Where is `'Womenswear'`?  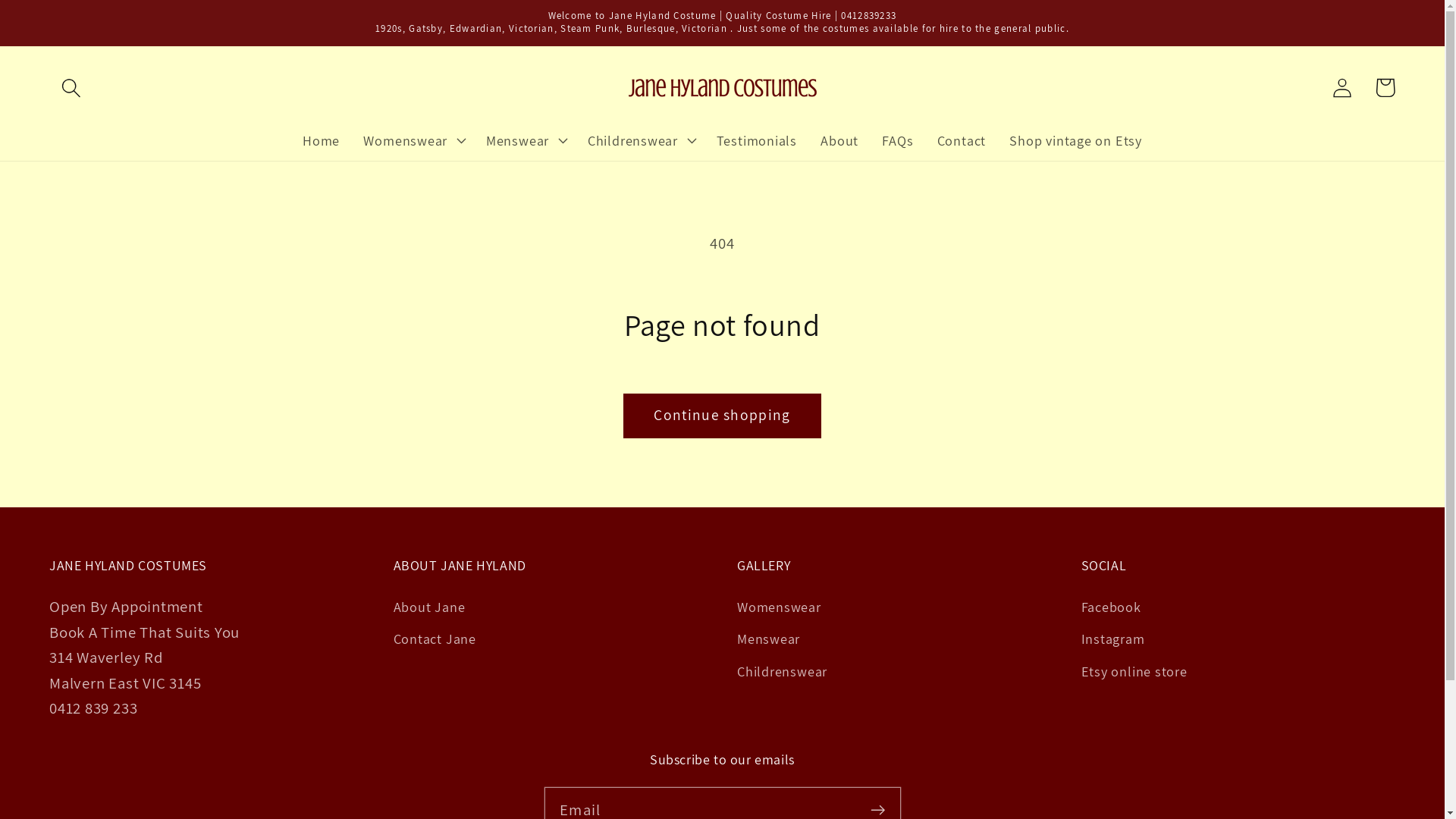
'Womenswear' is located at coordinates (405, 140).